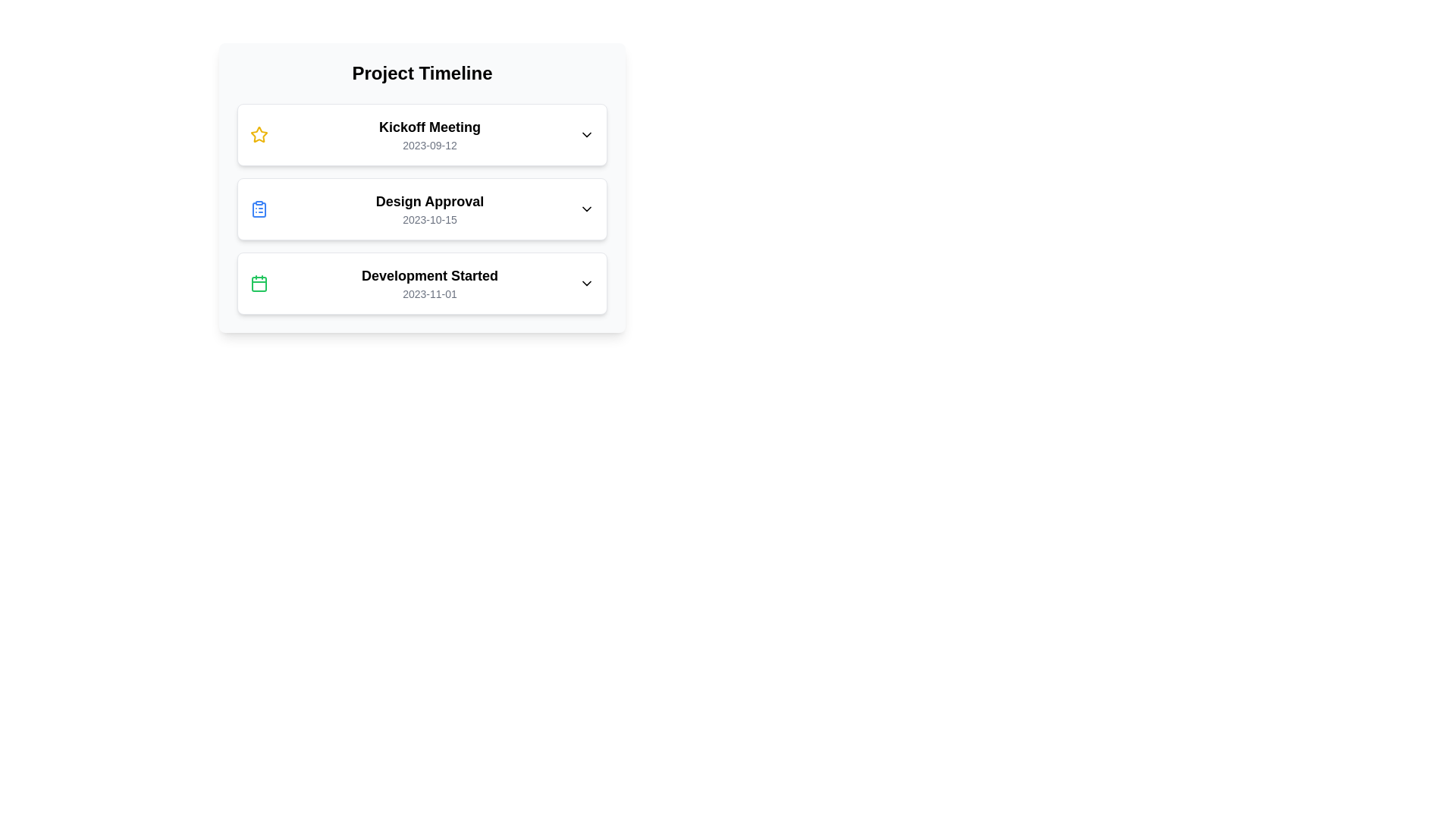  Describe the element at coordinates (428, 133) in the screenshot. I see `to select the 'Kickoff Meeting' timeline item, which is the first item in the vertical list under the header 'Project Timeline'` at that location.